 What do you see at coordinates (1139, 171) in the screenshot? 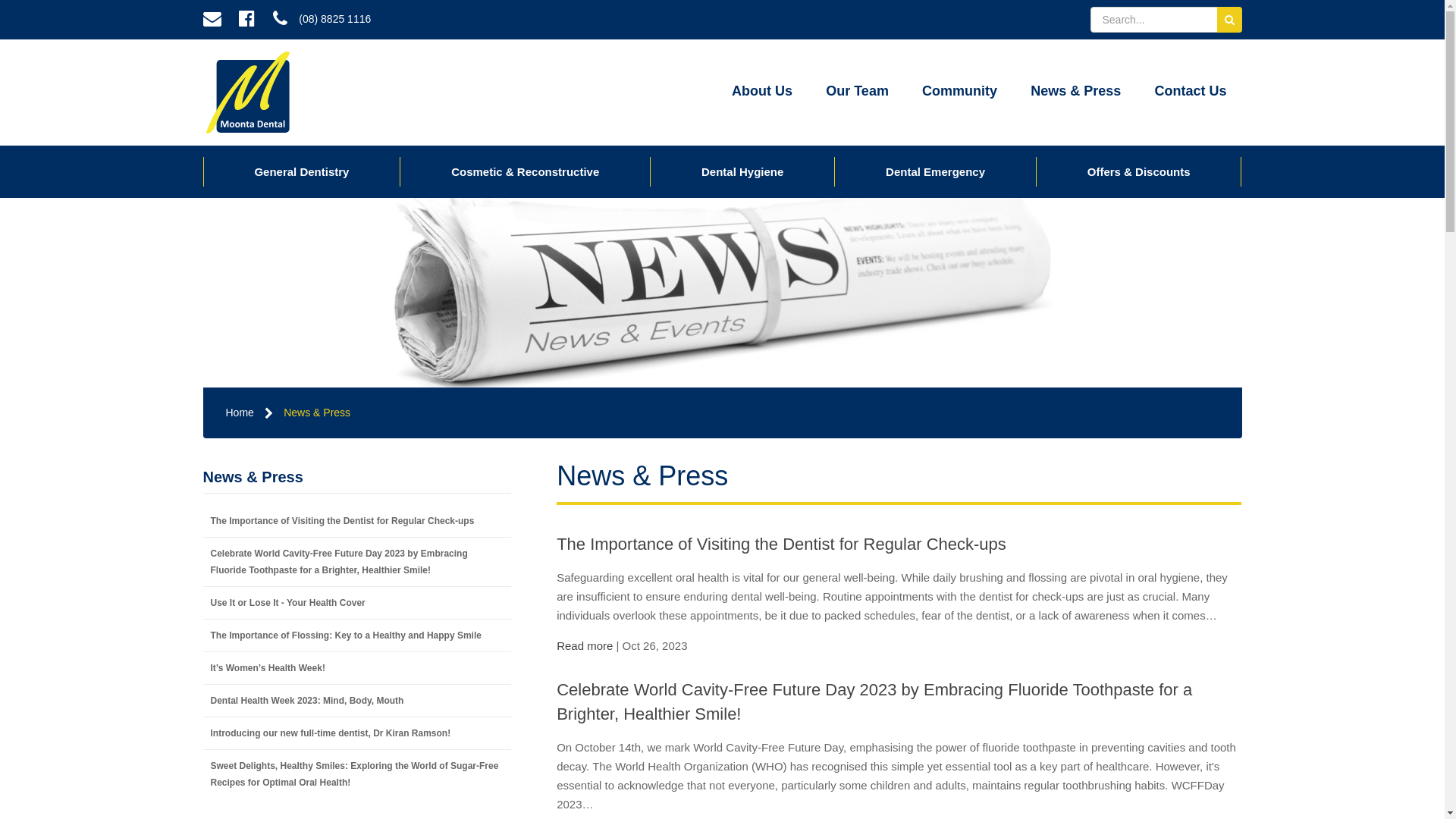
I see `'Offers & Discounts'` at bounding box center [1139, 171].